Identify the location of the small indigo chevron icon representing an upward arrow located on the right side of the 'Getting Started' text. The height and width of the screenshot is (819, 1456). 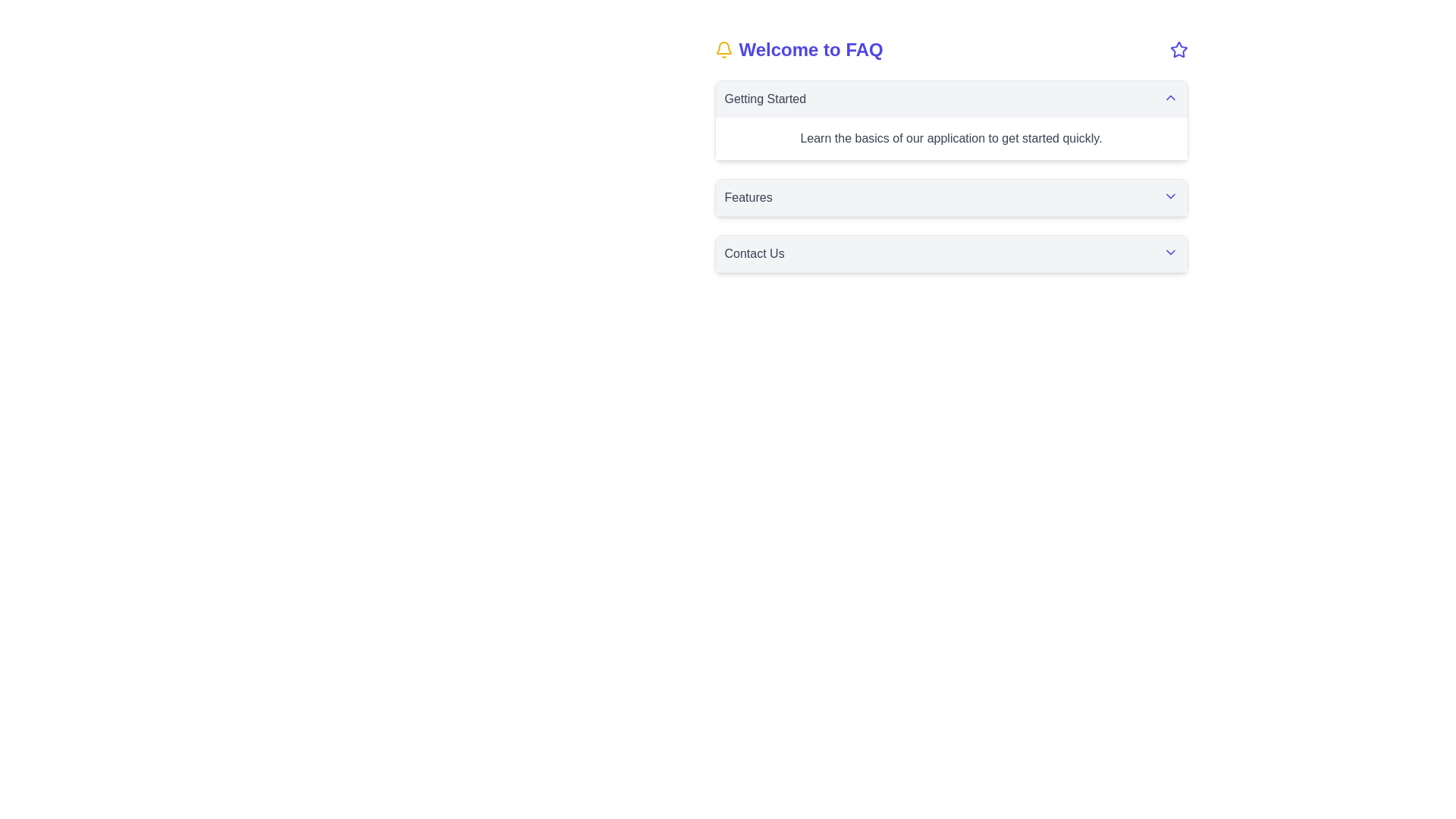
(1169, 97).